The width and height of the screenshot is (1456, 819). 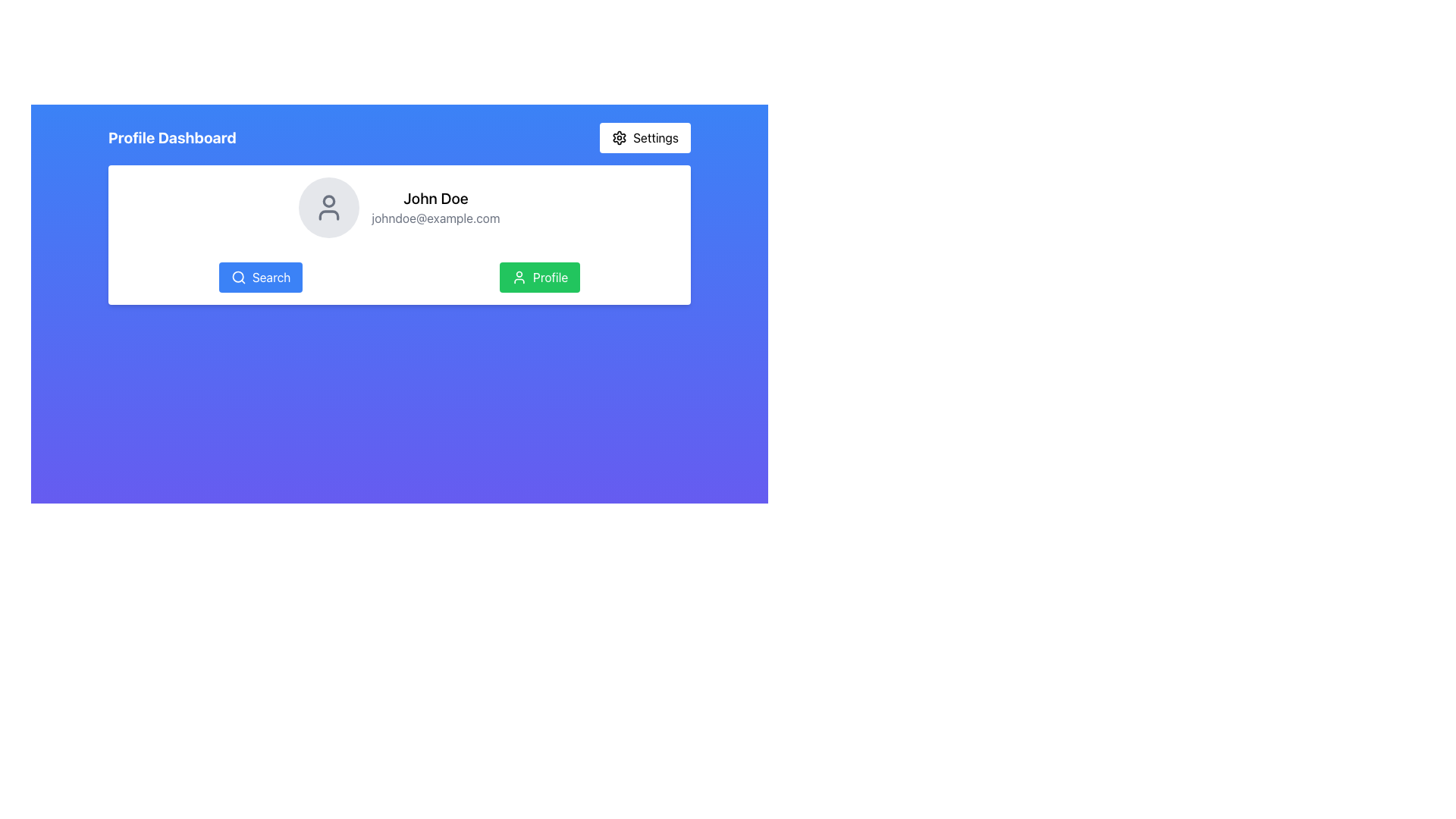 What do you see at coordinates (519, 278) in the screenshot?
I see `the user silhouette icon within the 'Profile' button, which has a green background and is` at bounding box center [519, 278].